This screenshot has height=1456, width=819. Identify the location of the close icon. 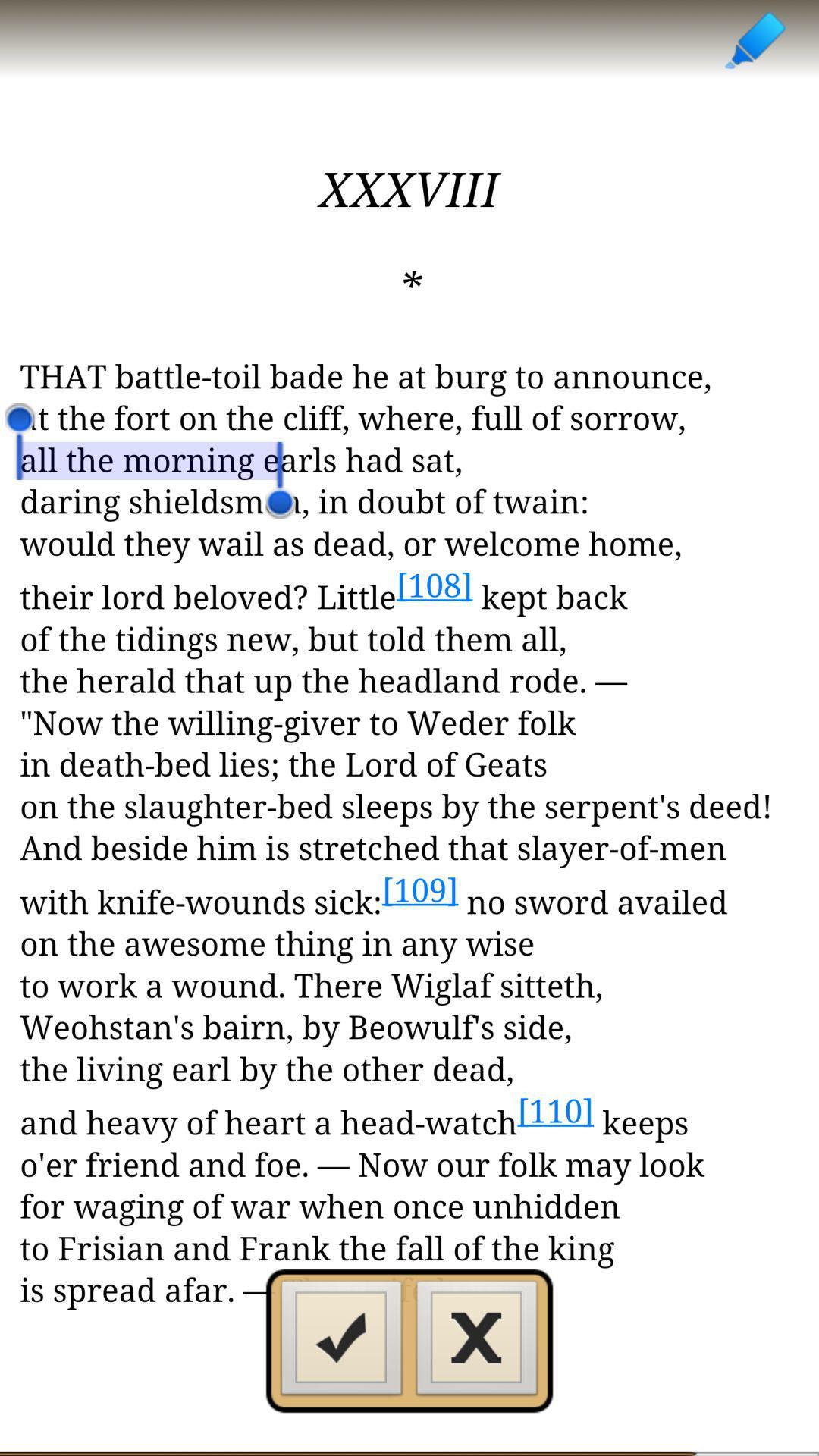
(476, 1342).